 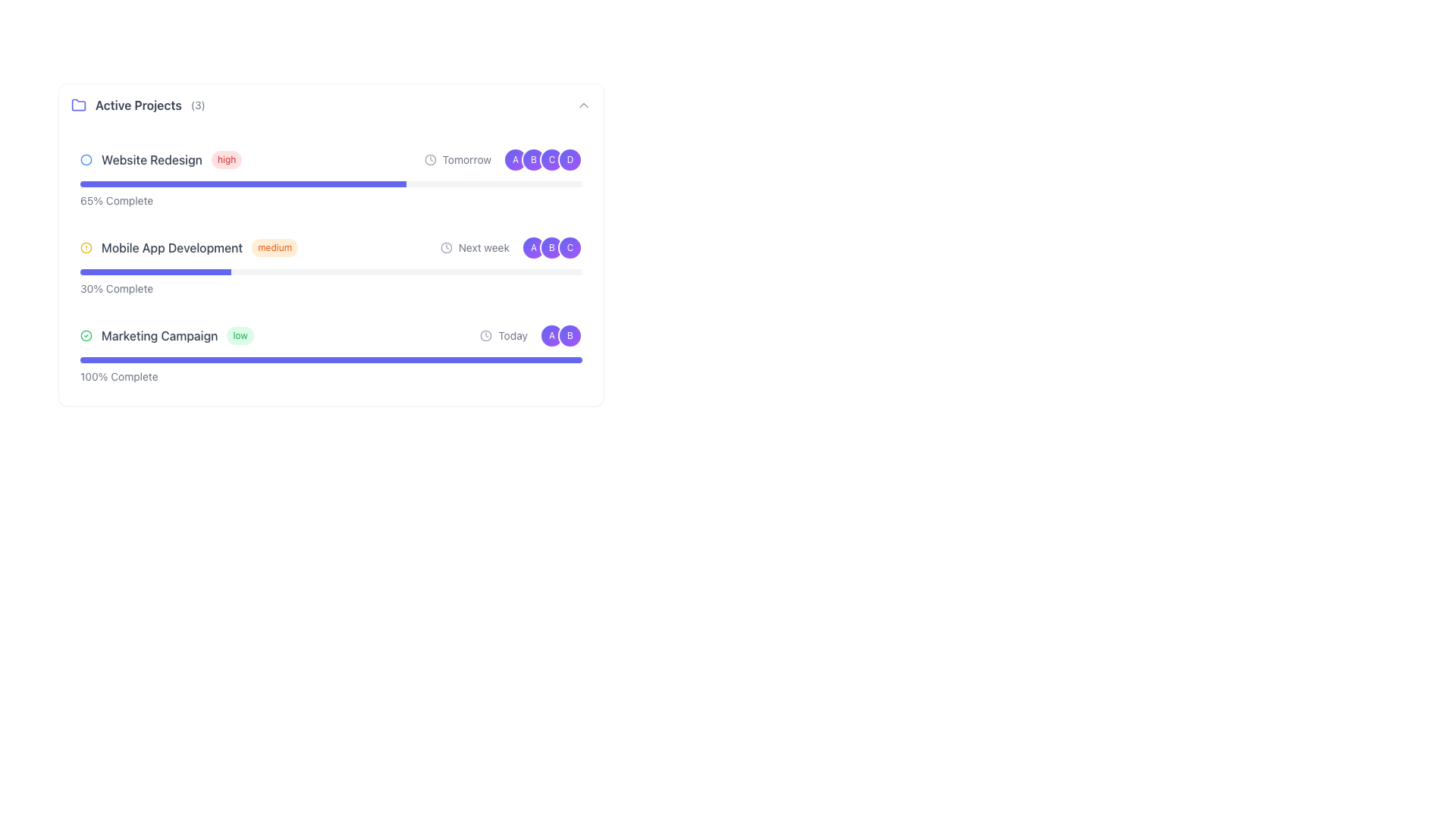 What do you see at coordinates (86, 335) in the screenshot?
I see `the status indicator icon for the 'Marketing Campaign' task, which is located at the far left of its row and adjacent to the text 'Marketing Campaign' and the status label 'low'` at bounding box center [86, 335].